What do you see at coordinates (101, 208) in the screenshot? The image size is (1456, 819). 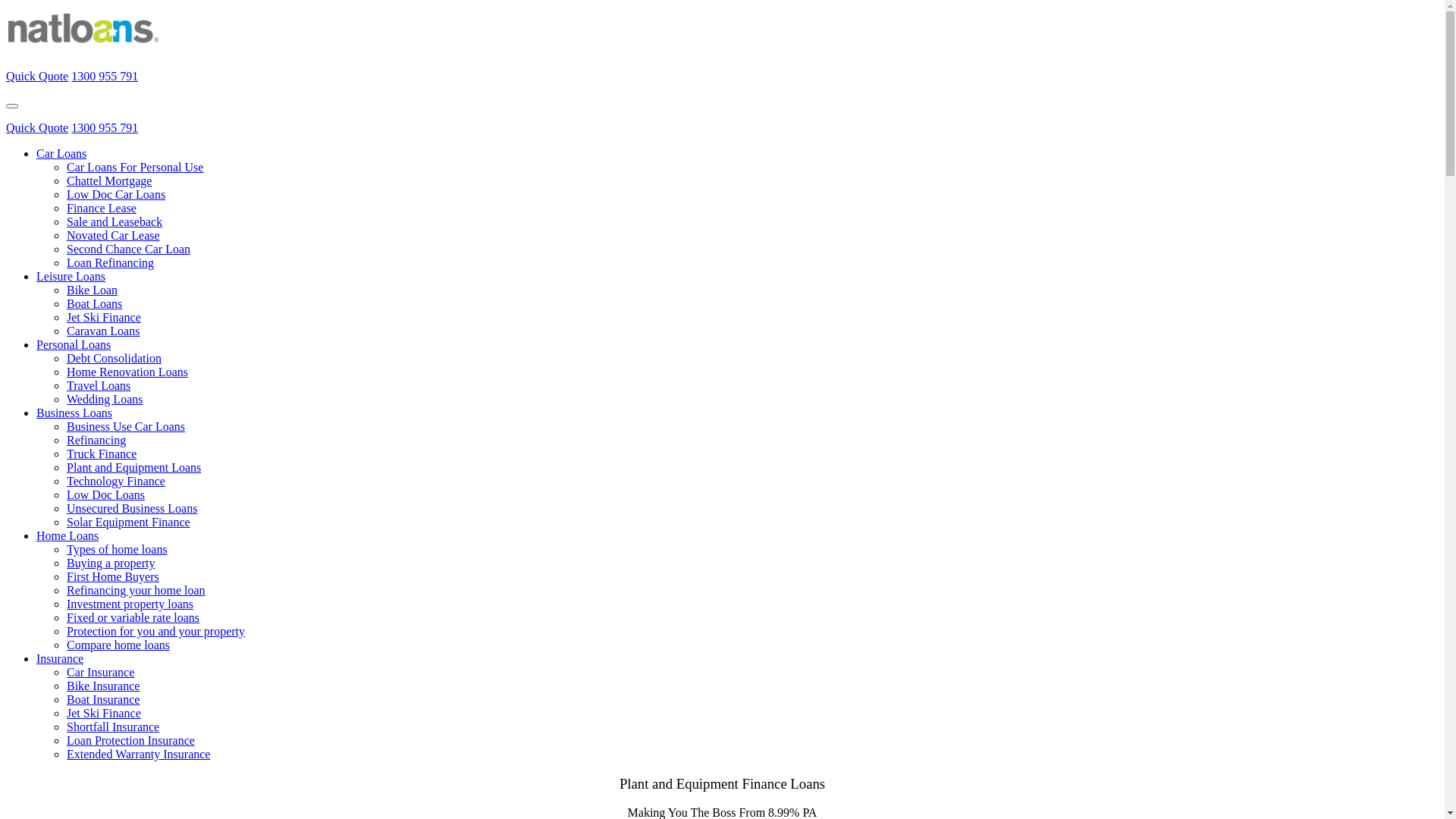 I see `'Finance Lease'` at bounding box center [101, 208].